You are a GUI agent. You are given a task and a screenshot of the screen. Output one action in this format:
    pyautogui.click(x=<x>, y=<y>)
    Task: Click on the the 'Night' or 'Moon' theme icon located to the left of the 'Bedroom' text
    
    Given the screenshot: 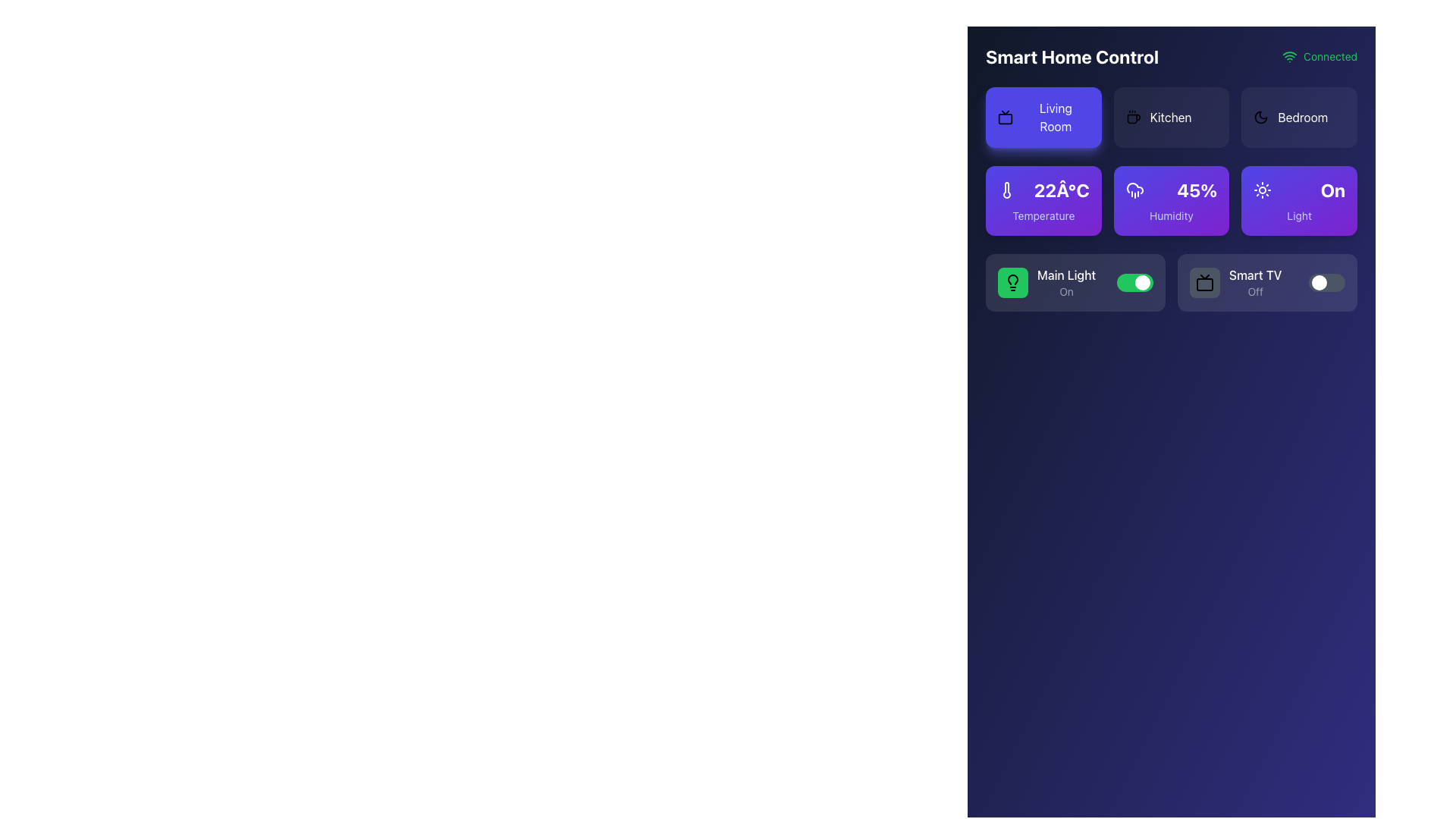 What is the action you would take?
    pyautogui.click(x=1261, y=116)
    